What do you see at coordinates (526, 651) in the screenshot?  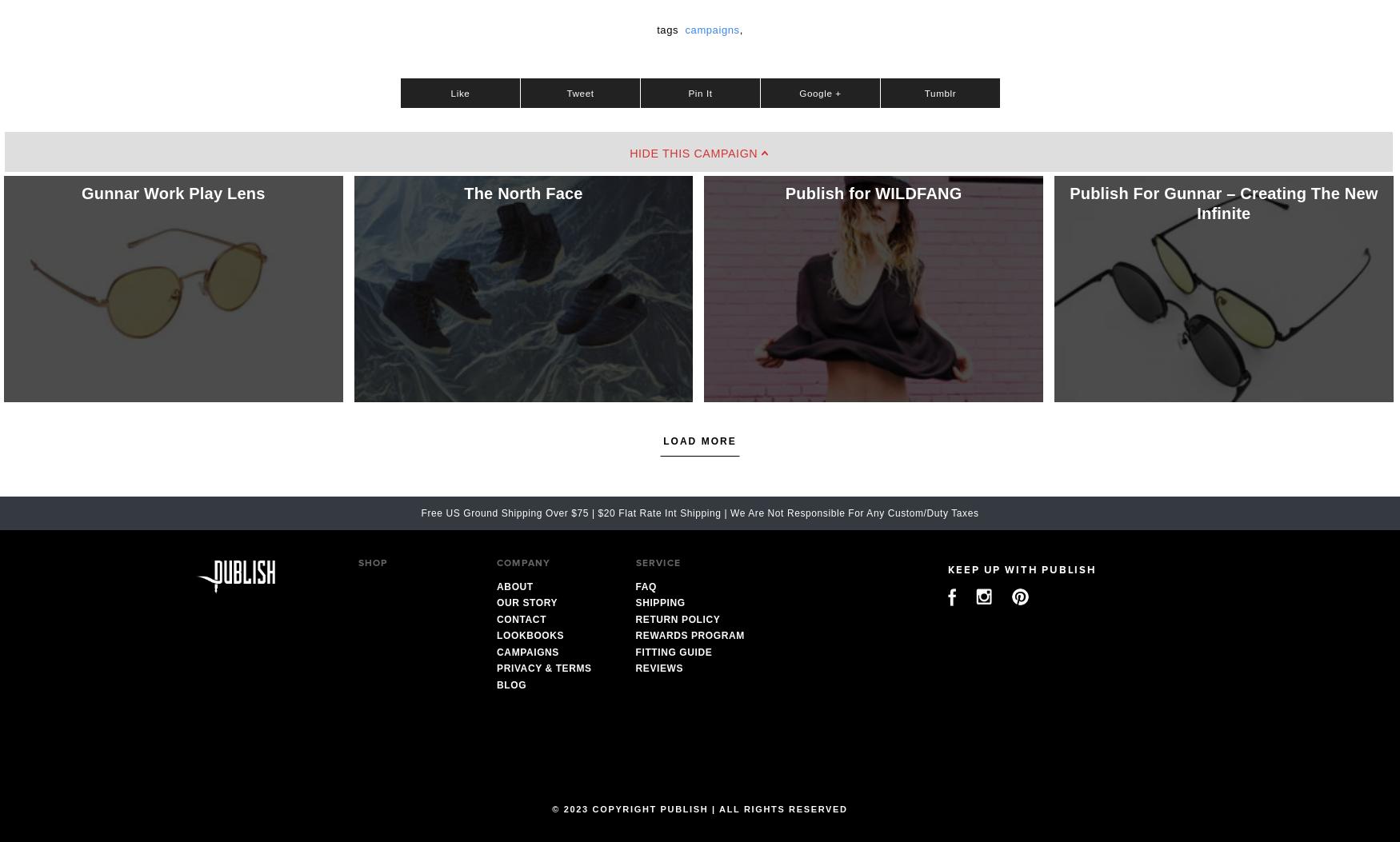 I see `'Campaigns'` at bounding box center [526, 651].